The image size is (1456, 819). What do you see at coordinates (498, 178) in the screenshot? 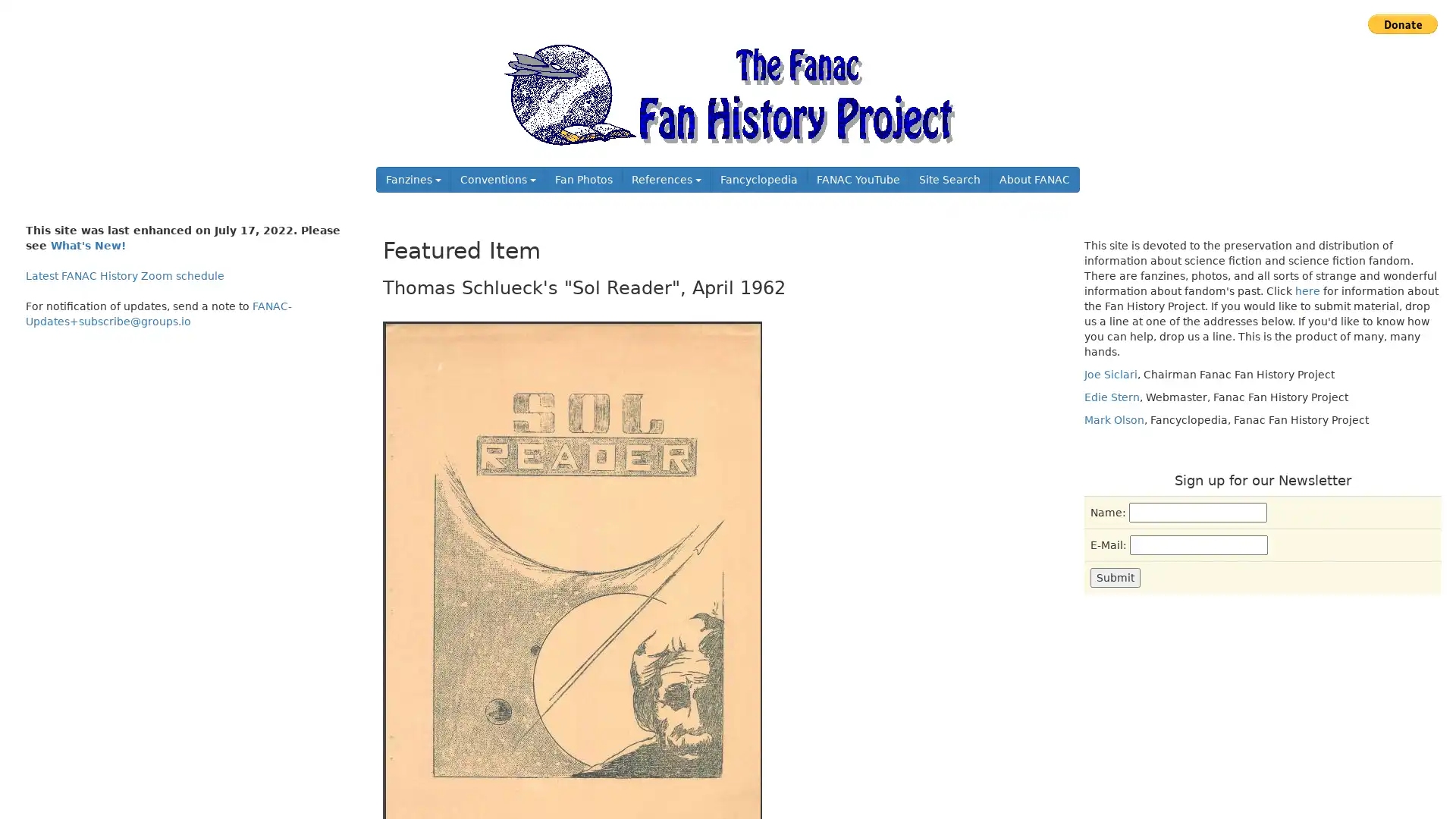
I see `Conventions` at bounding box center [498, 178].